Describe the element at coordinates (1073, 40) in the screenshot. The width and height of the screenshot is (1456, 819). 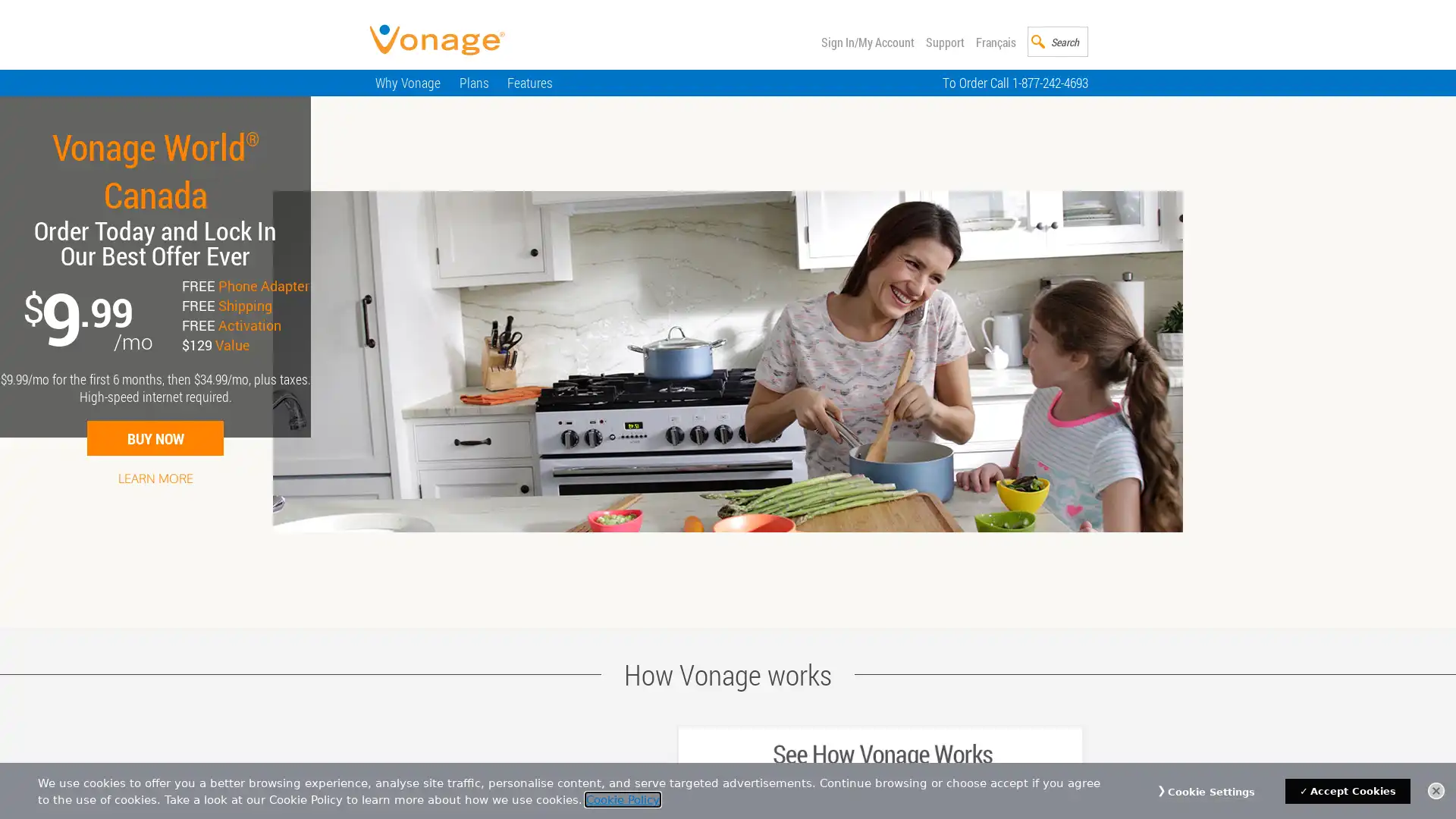
I see `Search` at that location.